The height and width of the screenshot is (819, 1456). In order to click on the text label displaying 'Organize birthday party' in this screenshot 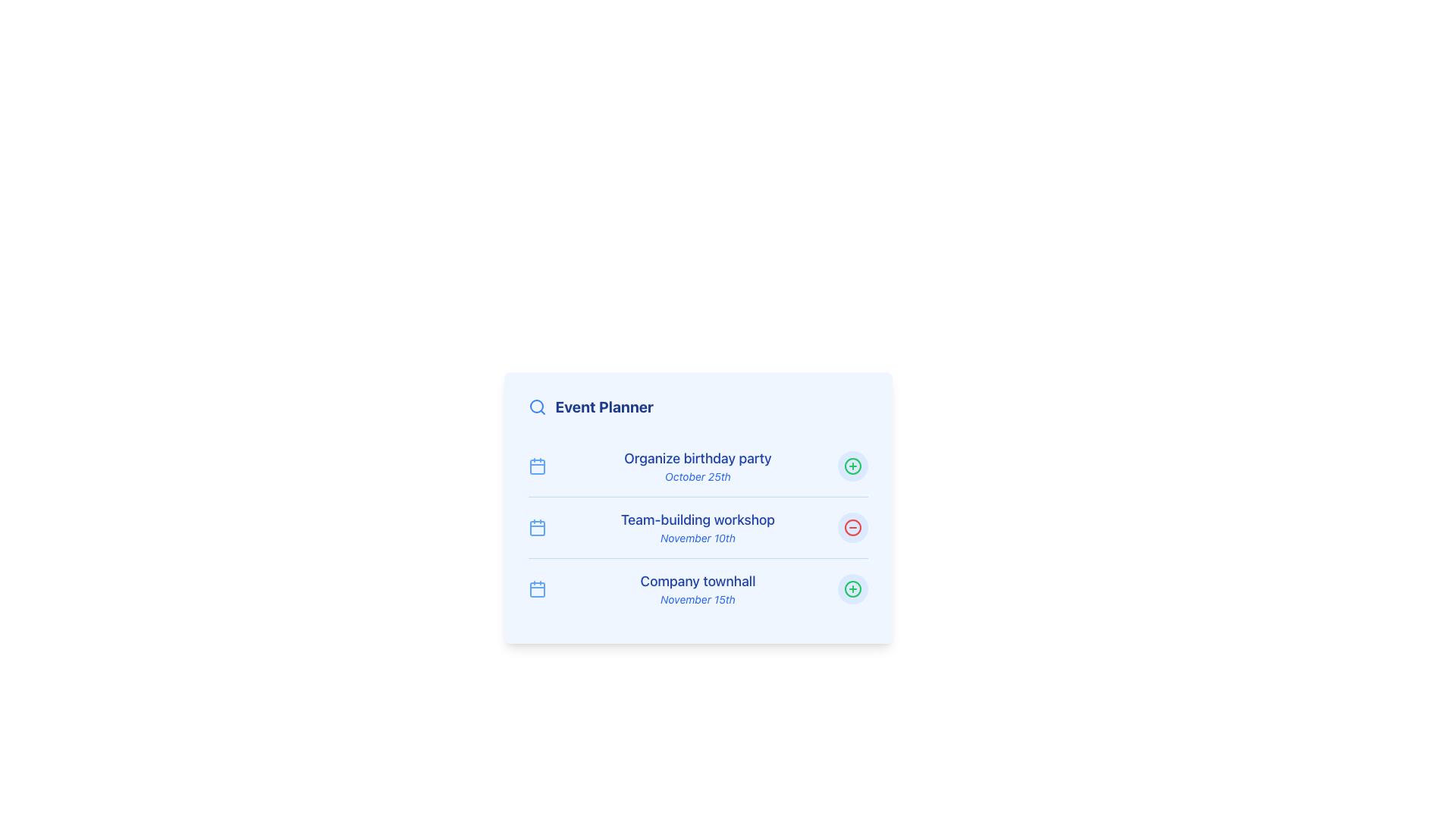, I will do `click(697, 465)`.